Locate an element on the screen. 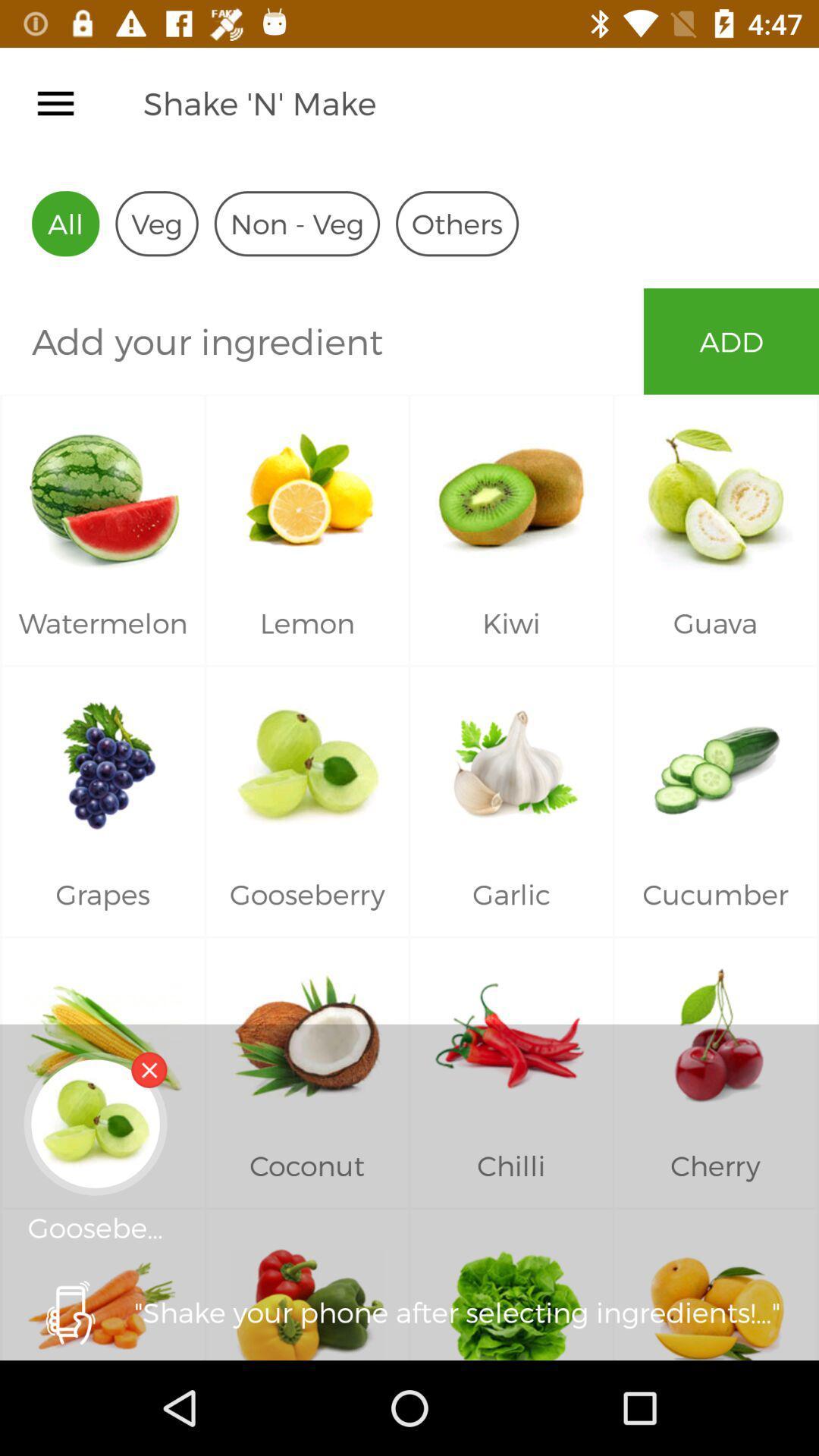 The width and height of the screenshot is (819, 1456). an ingredient is located at coordinates (321, 340).